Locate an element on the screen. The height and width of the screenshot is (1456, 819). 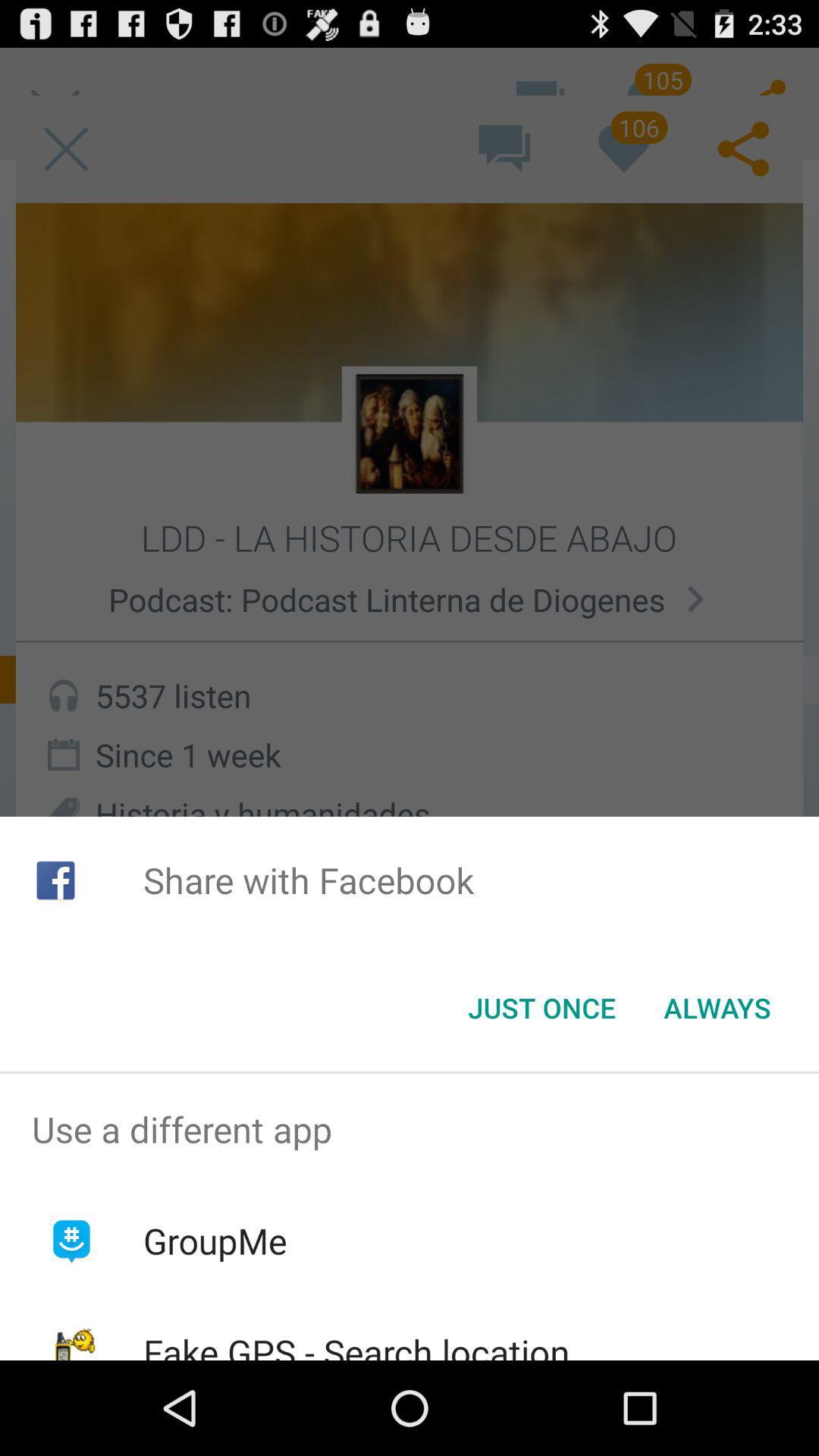
the fake gps search app is located at coordinates (356, 1344).